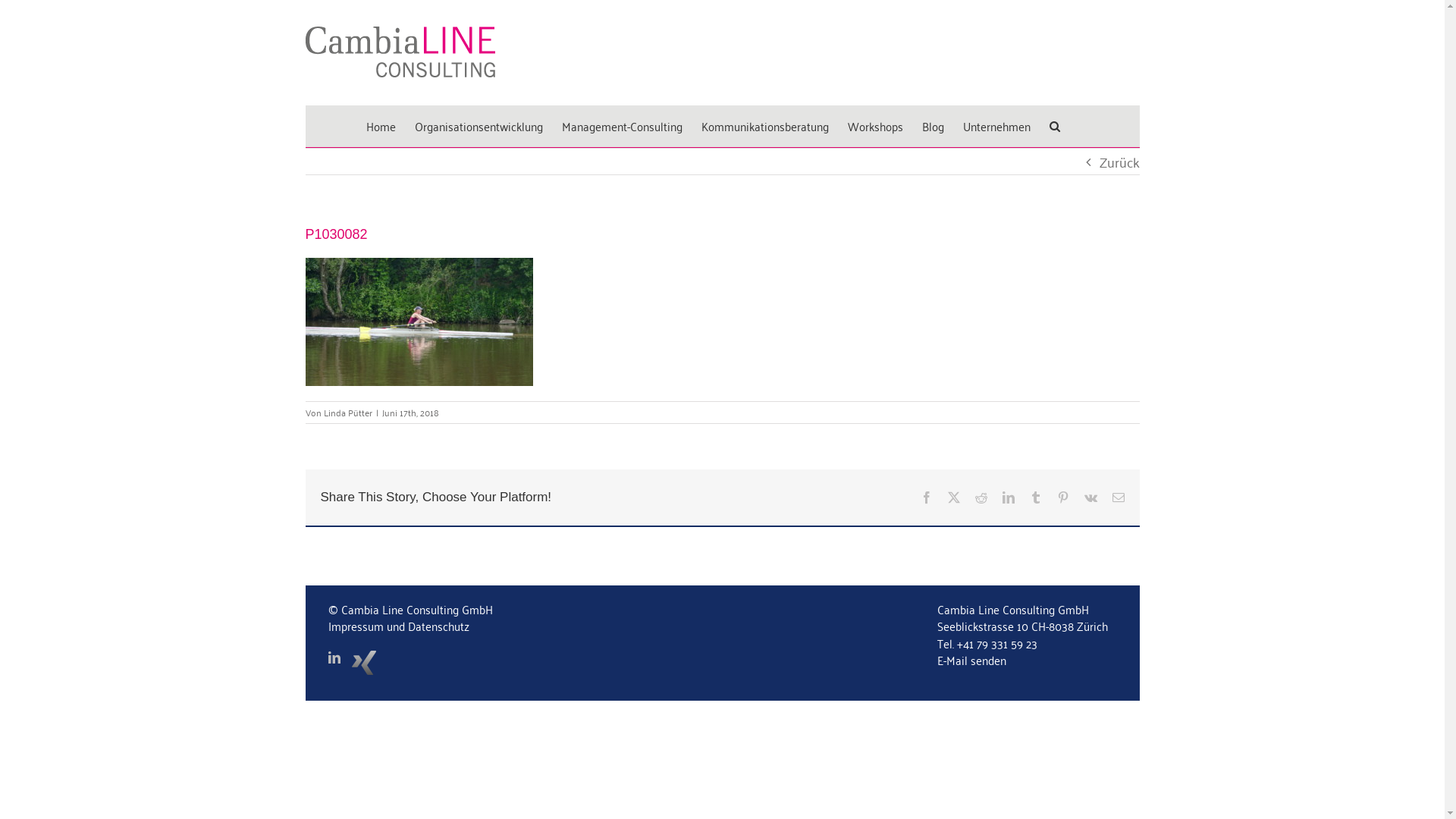  What do you see at coordinates (1054, 125) in the screenshot?
I see `'Suche'` at bounding box center [1054, 125].